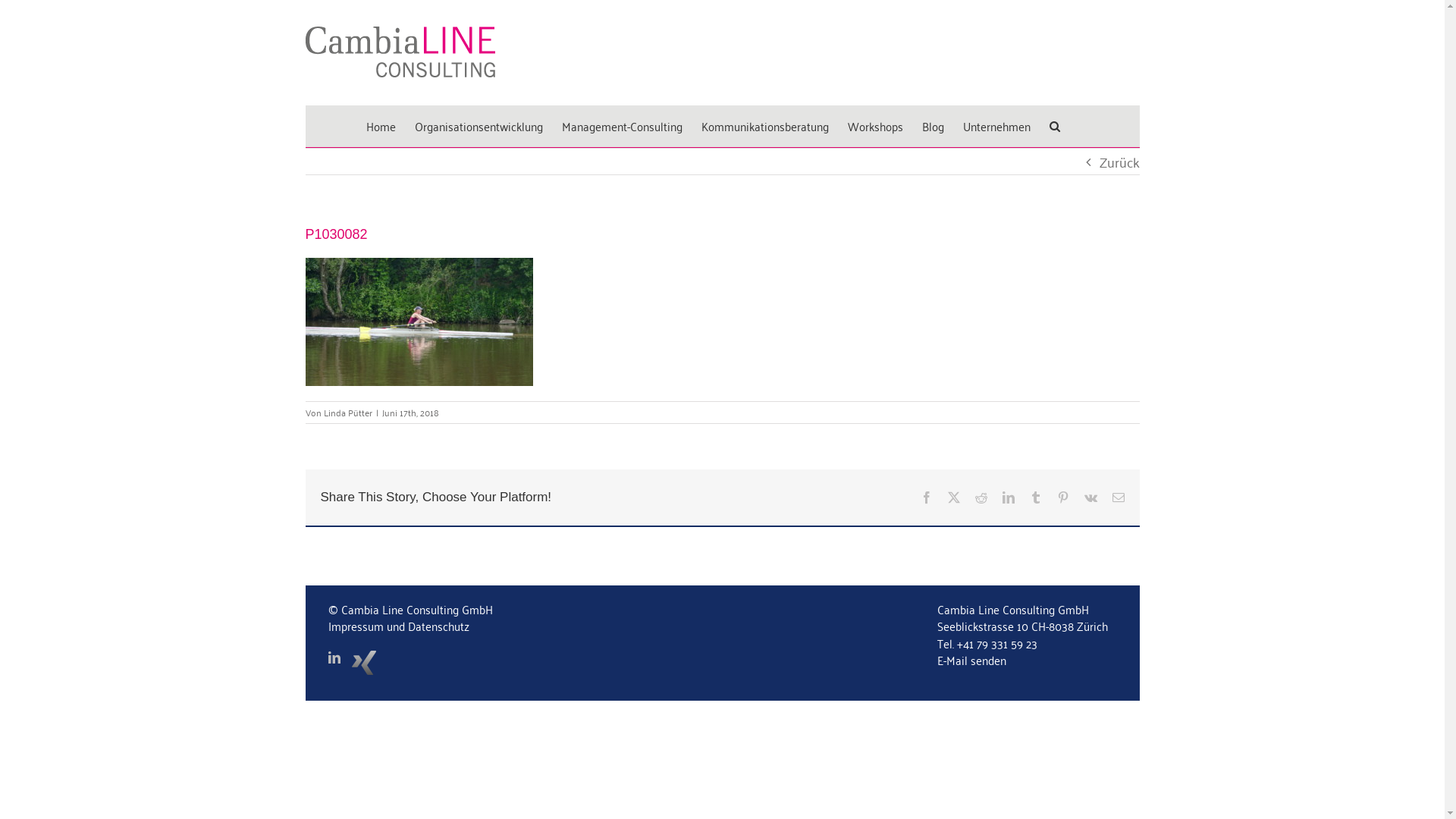  What do you see at coordinates (1054, 125) in the screenshot?
I see `'Suche'` at bounding box center [1054, 125].